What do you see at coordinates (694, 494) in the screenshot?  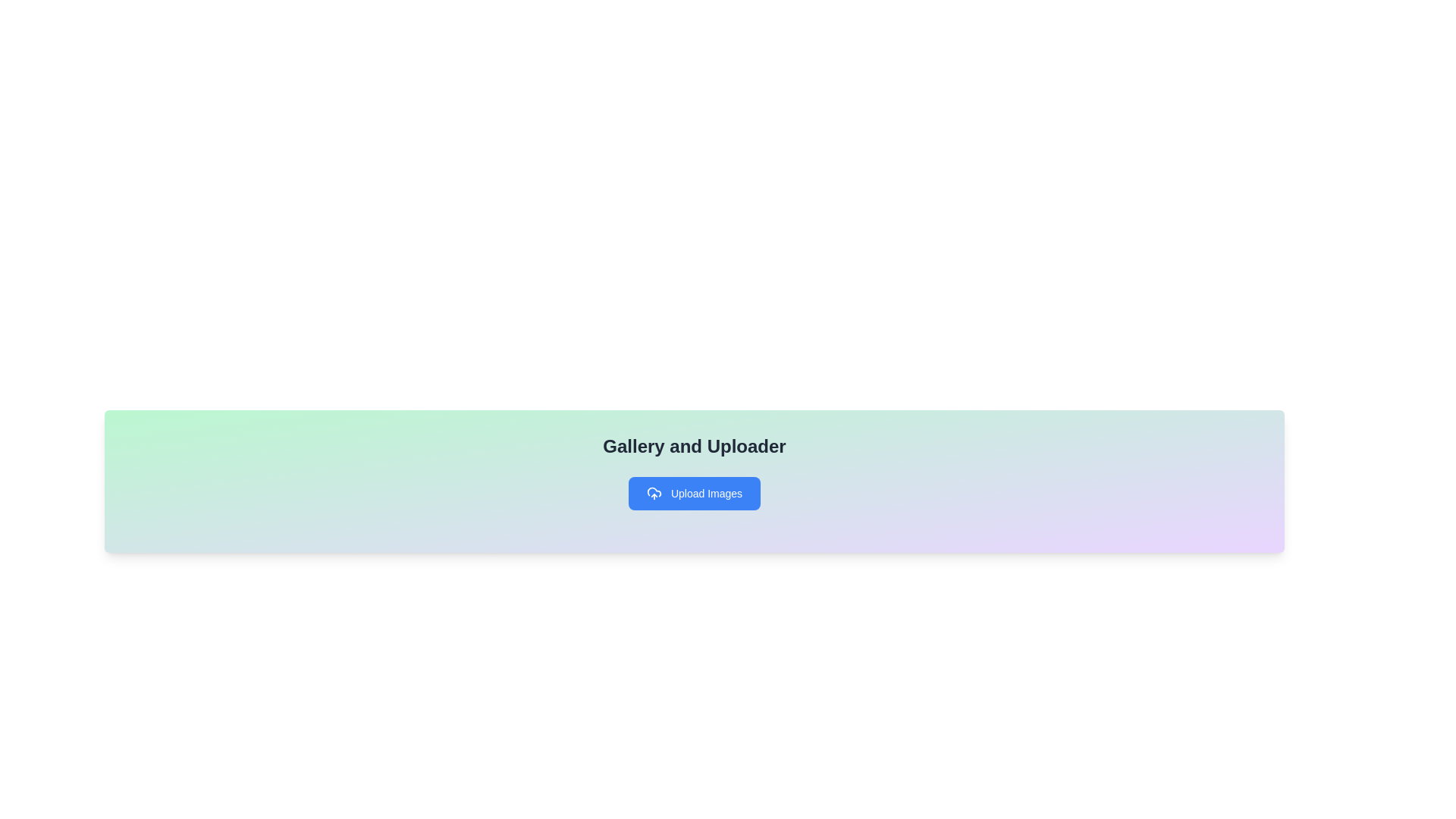 I see `the blue rectangular button labeled 'Upload Images' with a cloud icon to change its hover state` at bounding box center [694, 494].